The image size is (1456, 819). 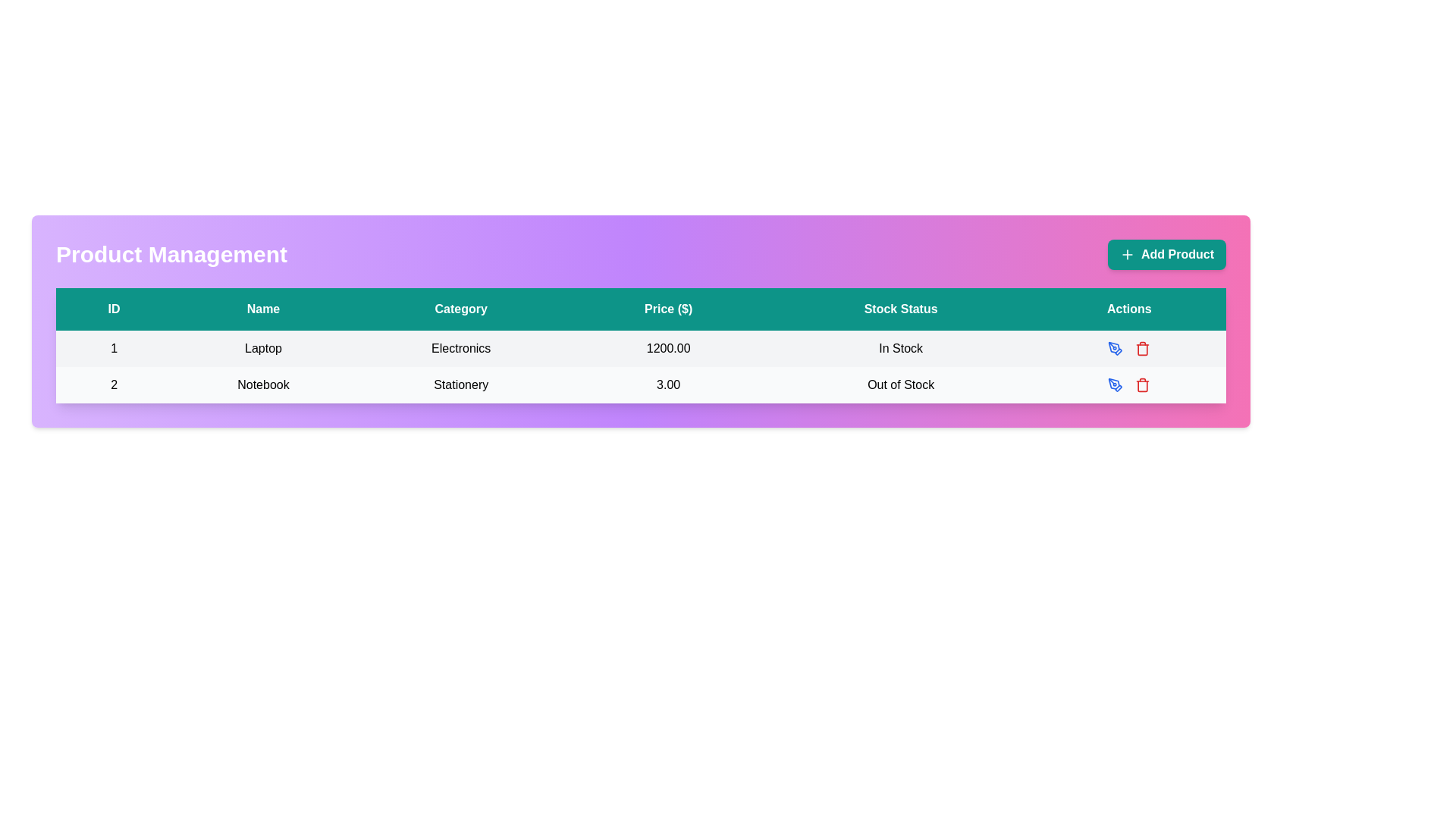 I want to click on the red icon in the actions column of the product management table for the 'Laptop' product, so click(x=1129, y=348).